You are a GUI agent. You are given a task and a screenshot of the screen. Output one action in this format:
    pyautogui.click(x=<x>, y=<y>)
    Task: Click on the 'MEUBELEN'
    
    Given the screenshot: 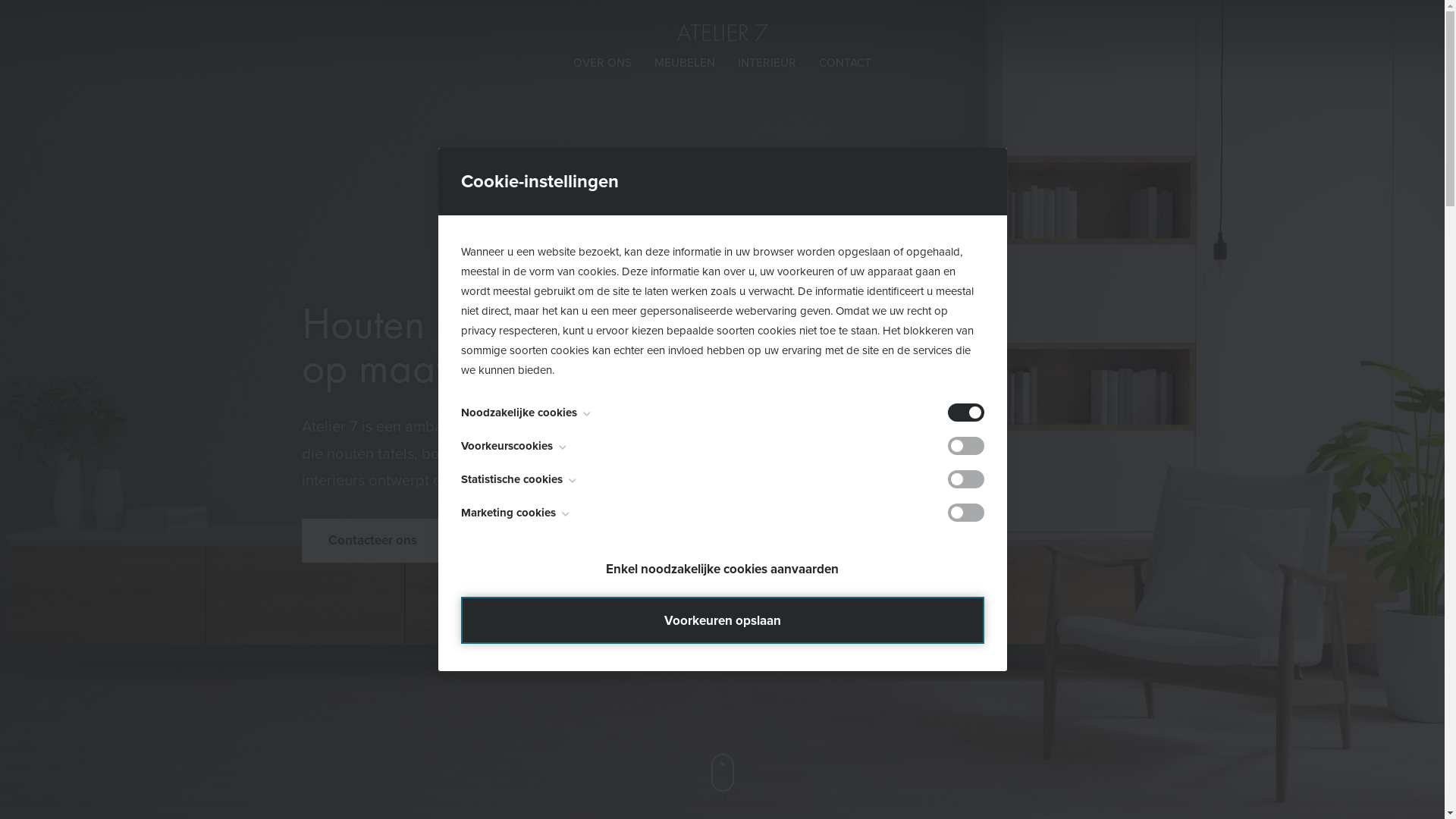 What is the action you would take?
    pyautogui.click(x=654, y=62)
    